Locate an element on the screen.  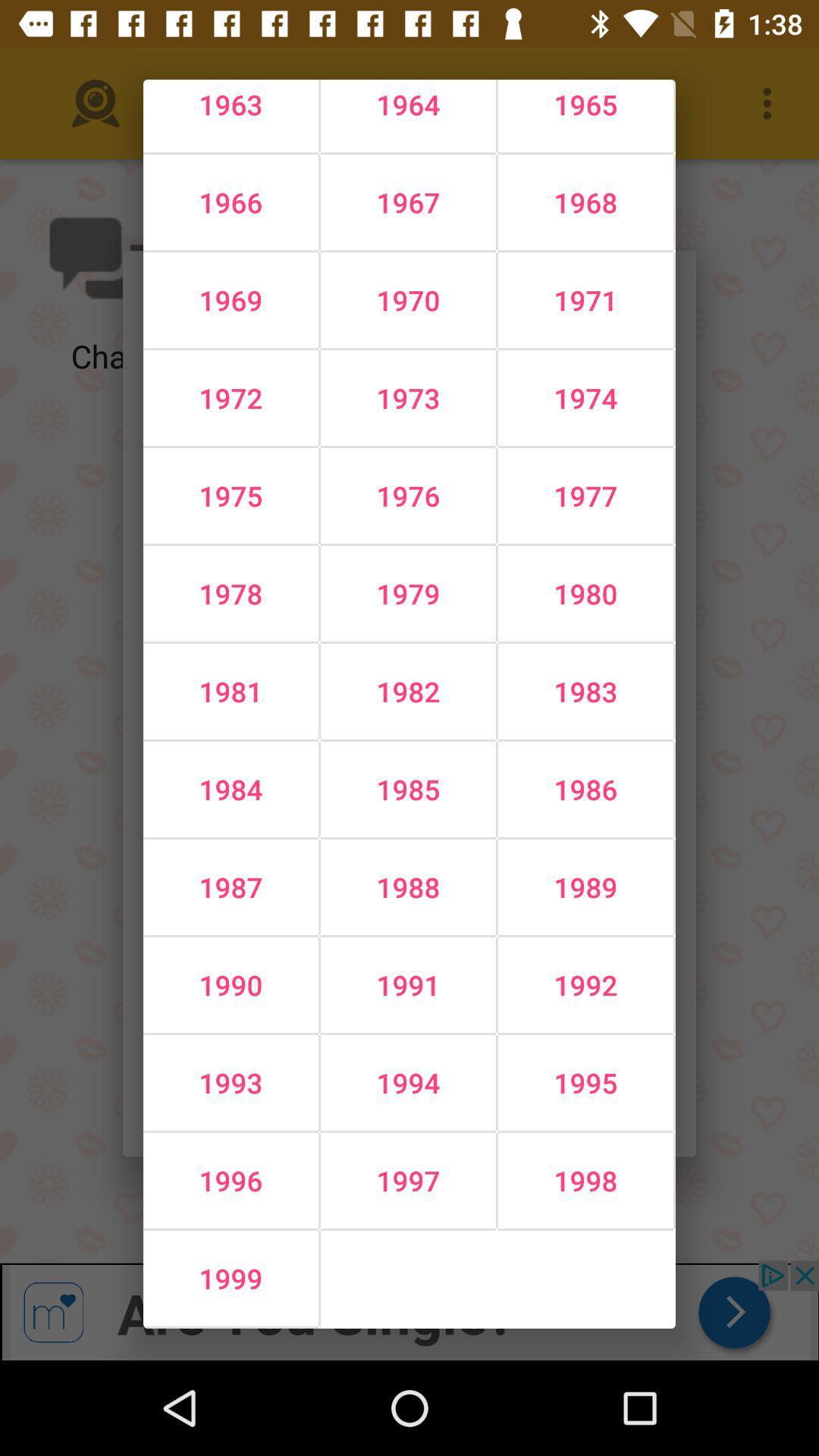
the 1994 is located at coordinates (407, 1082).